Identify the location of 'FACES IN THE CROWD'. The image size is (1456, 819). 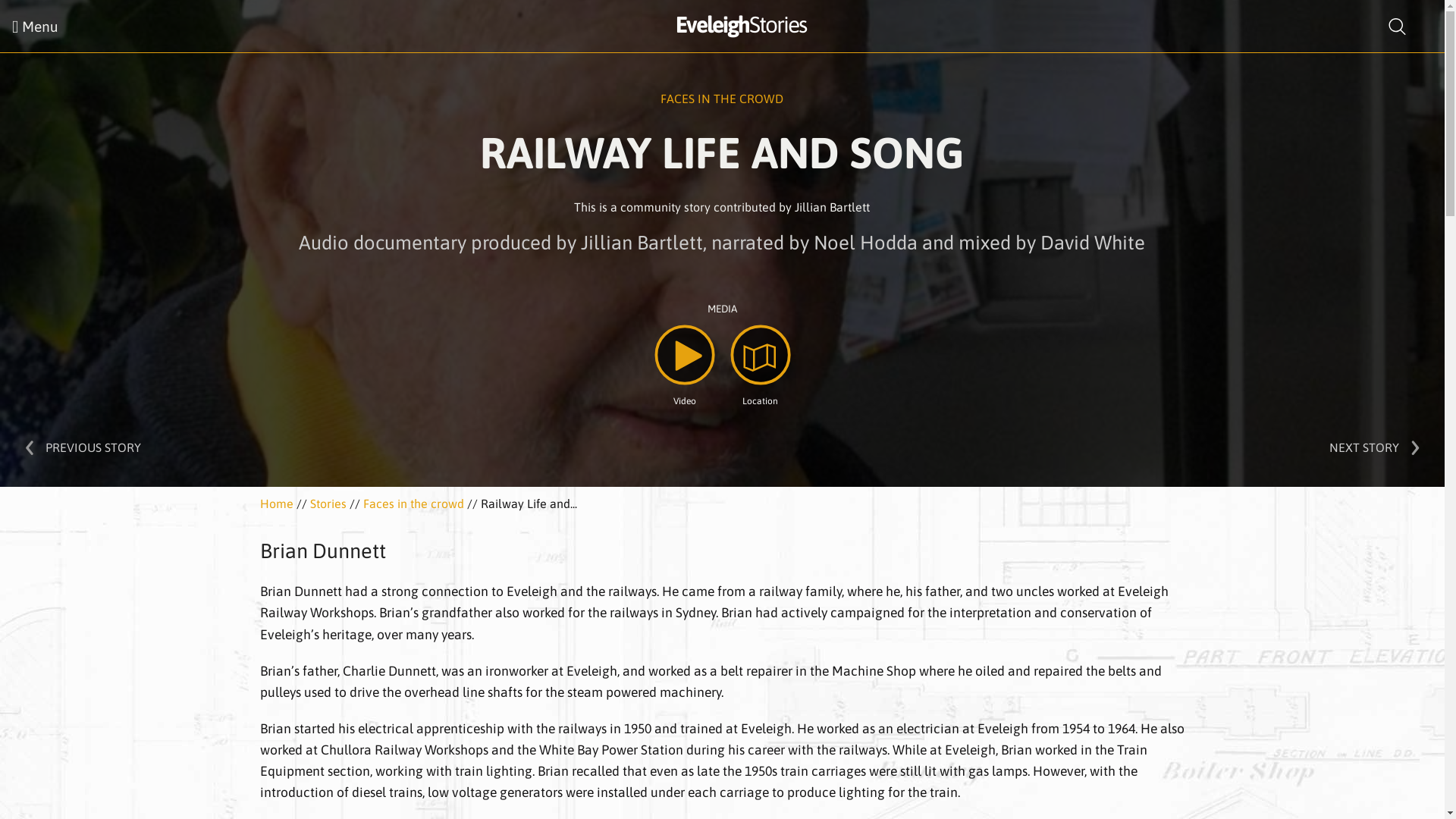
(720, 99).